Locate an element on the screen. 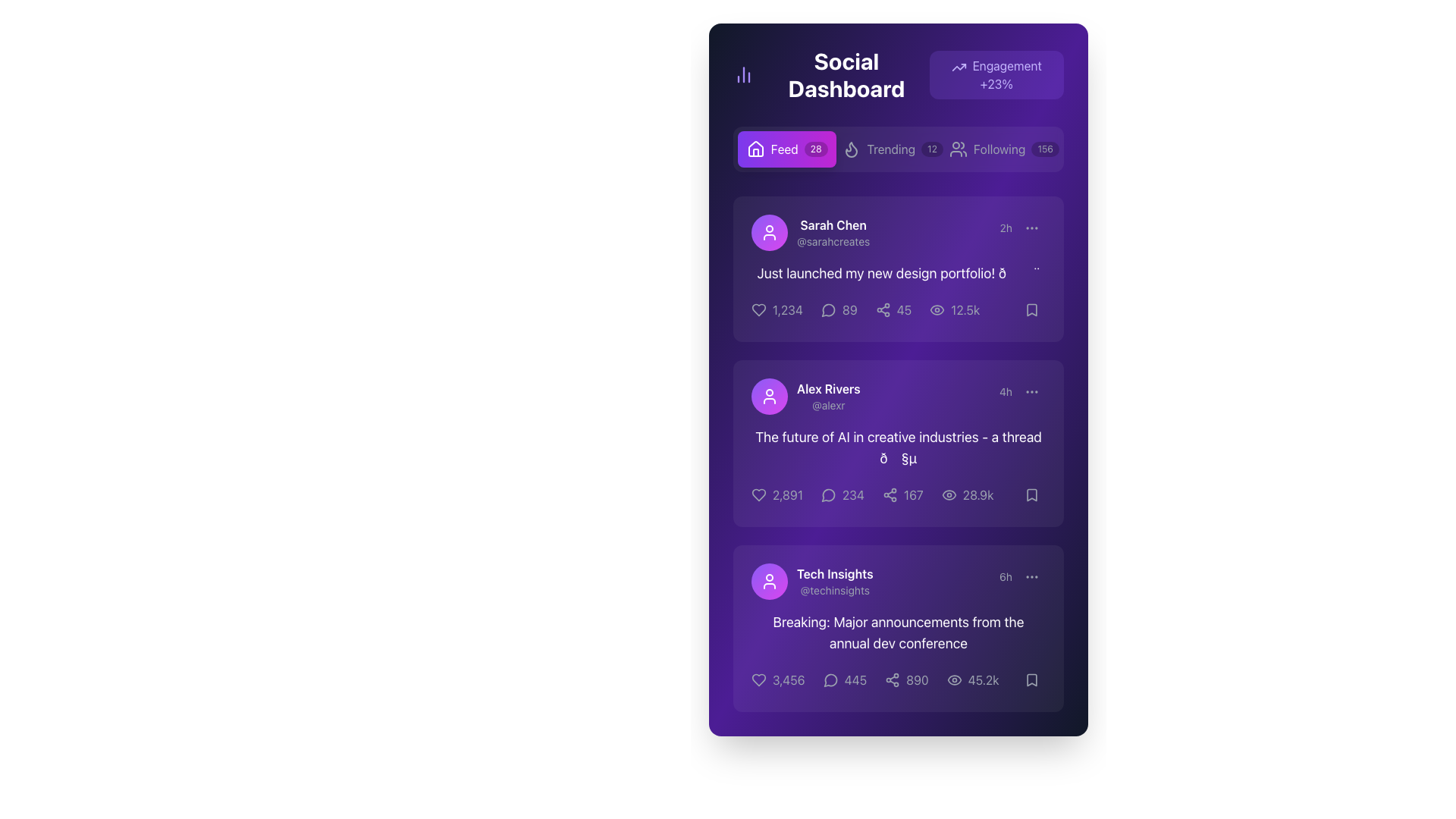  the engagement icon located at the top-right corner of the view, inside a purple badge with the text 'Engagement +23%' is located at coordinates (958, 66).